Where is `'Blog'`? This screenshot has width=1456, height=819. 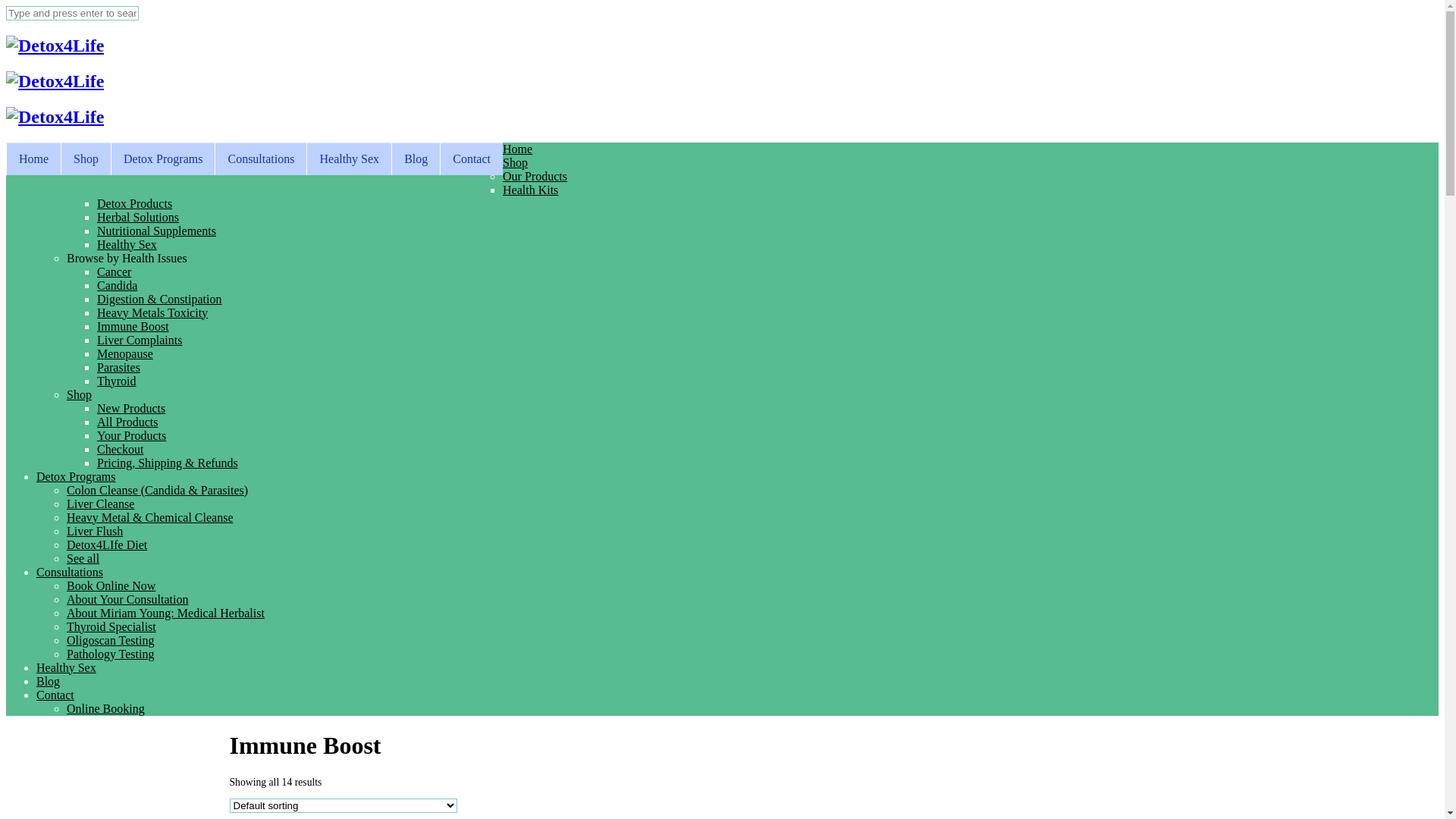
'Blog' is located at coordinates (48, 680).